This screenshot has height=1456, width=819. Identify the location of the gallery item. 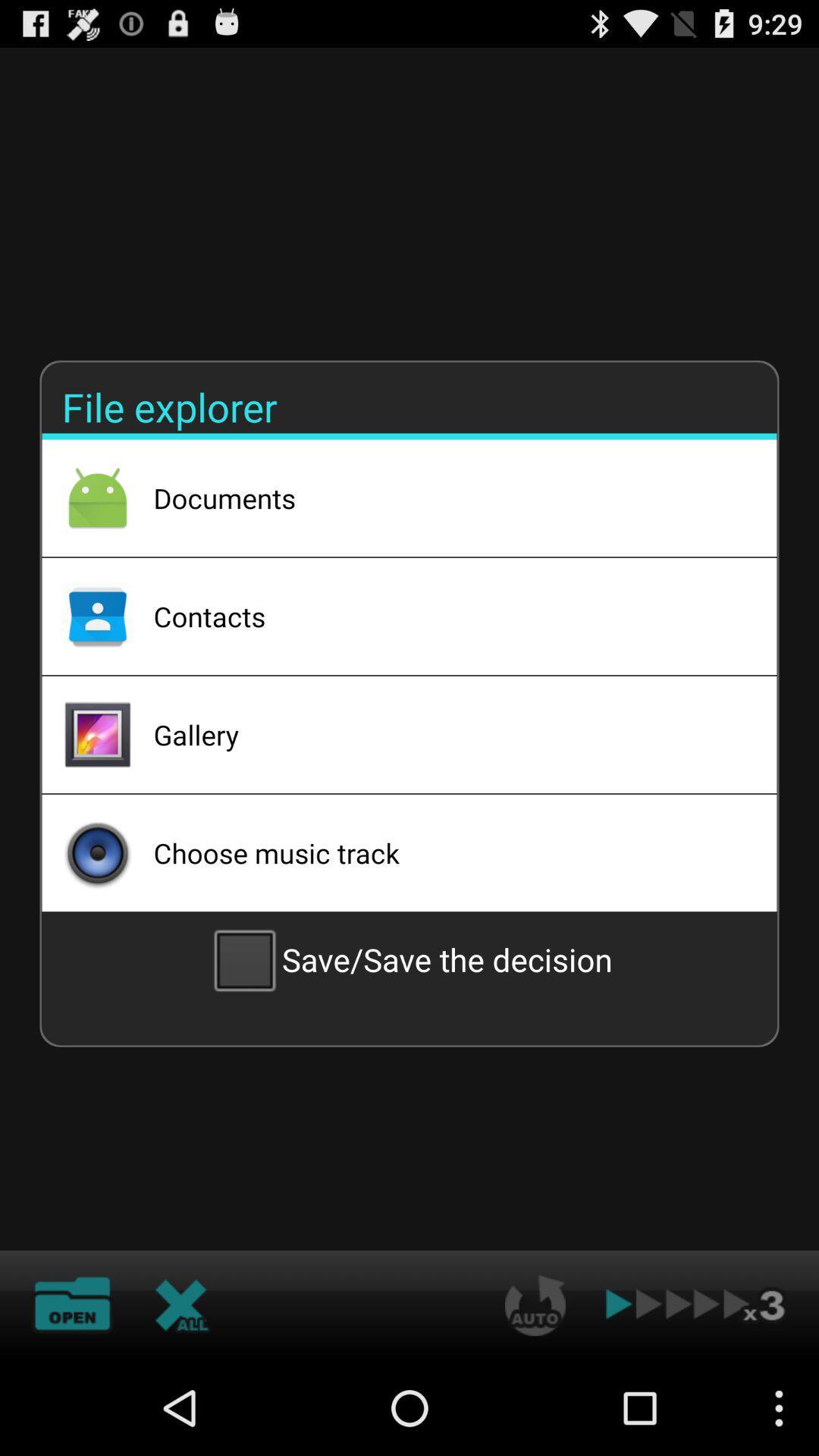
(444, 735).